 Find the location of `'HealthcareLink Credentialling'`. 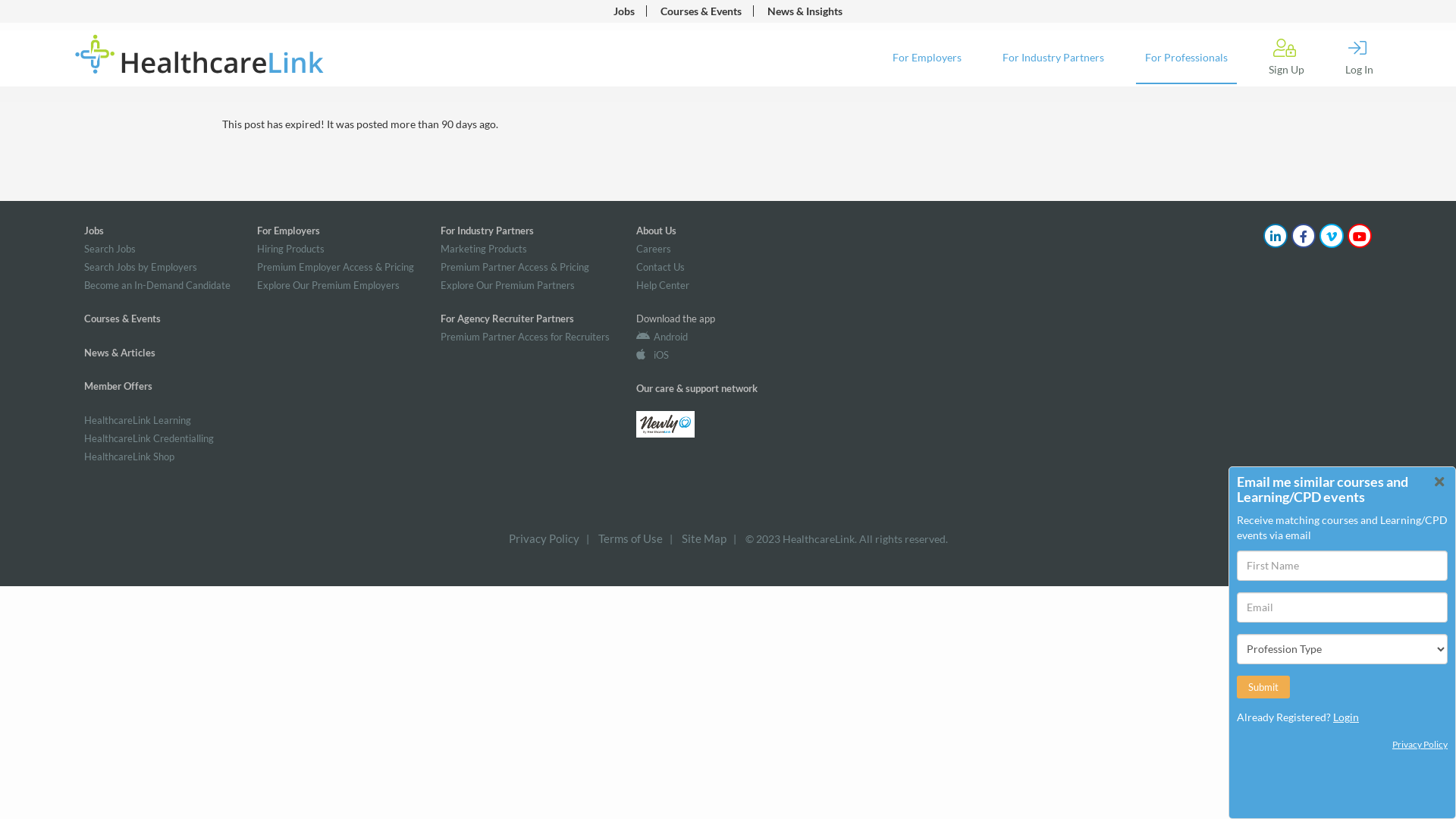

'HealthcareLink Credentialling' is located at coordinates (149, 438).